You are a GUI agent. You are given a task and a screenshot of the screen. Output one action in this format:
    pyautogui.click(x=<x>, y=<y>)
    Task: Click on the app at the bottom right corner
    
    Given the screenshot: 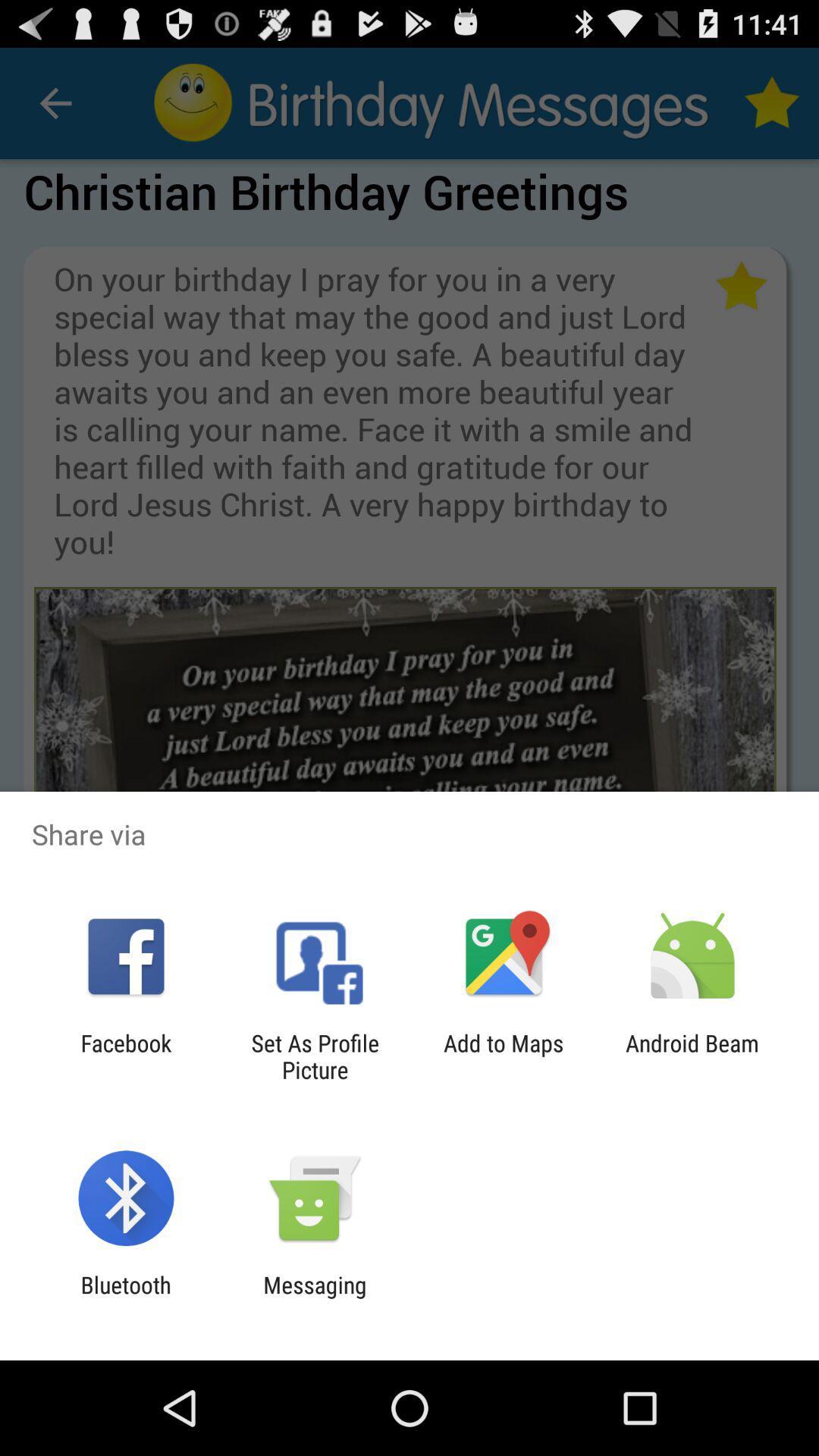 What is the action you would take?
    pyautogui.click(x=692, y=1056)
    